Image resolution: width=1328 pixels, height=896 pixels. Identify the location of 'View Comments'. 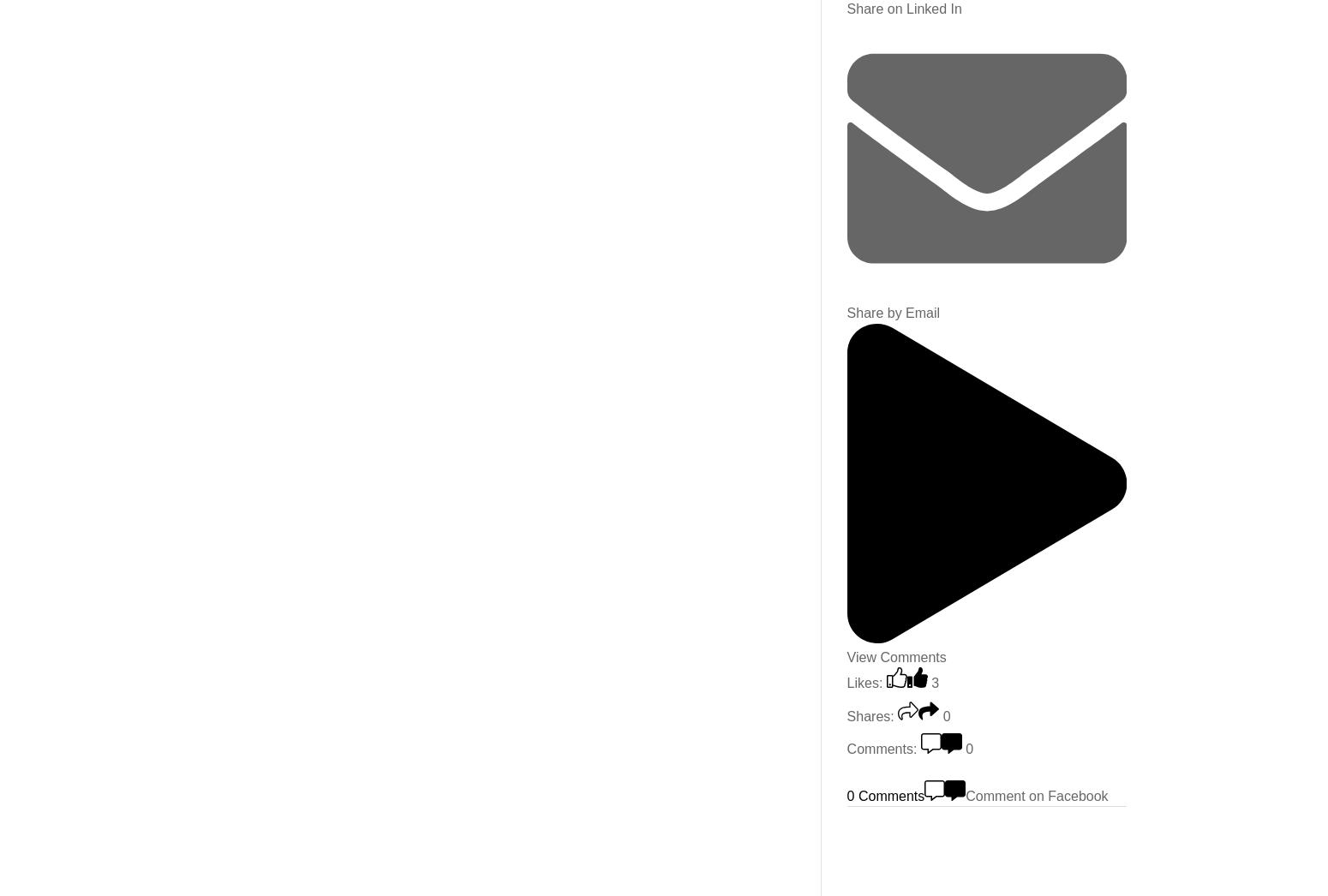
(895, 655).